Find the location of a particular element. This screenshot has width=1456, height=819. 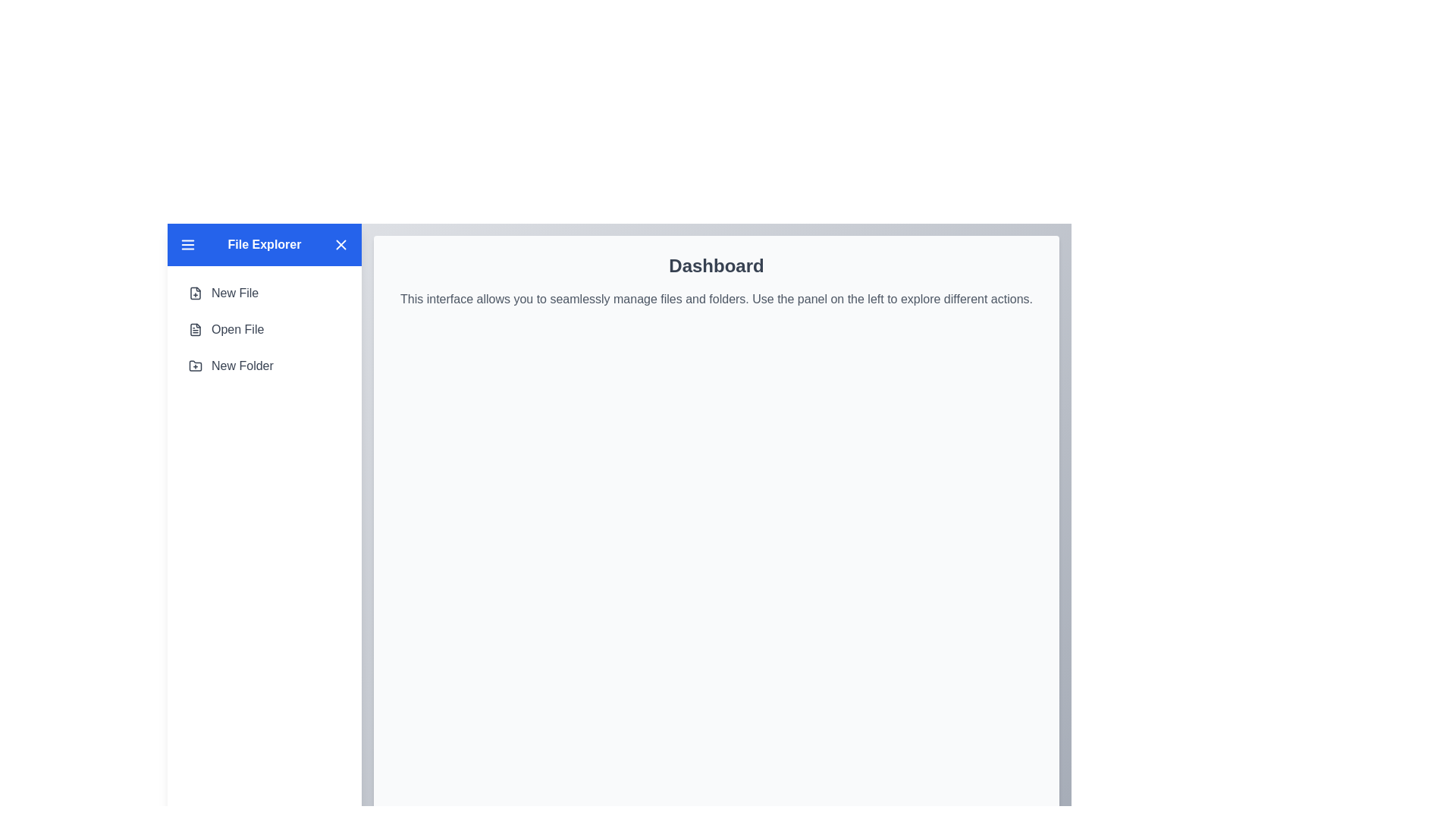

the second button labeled 'Open File' in the vertical list of buttons in the 'File Explorer' sidebar is located at coordinates (265, 329).